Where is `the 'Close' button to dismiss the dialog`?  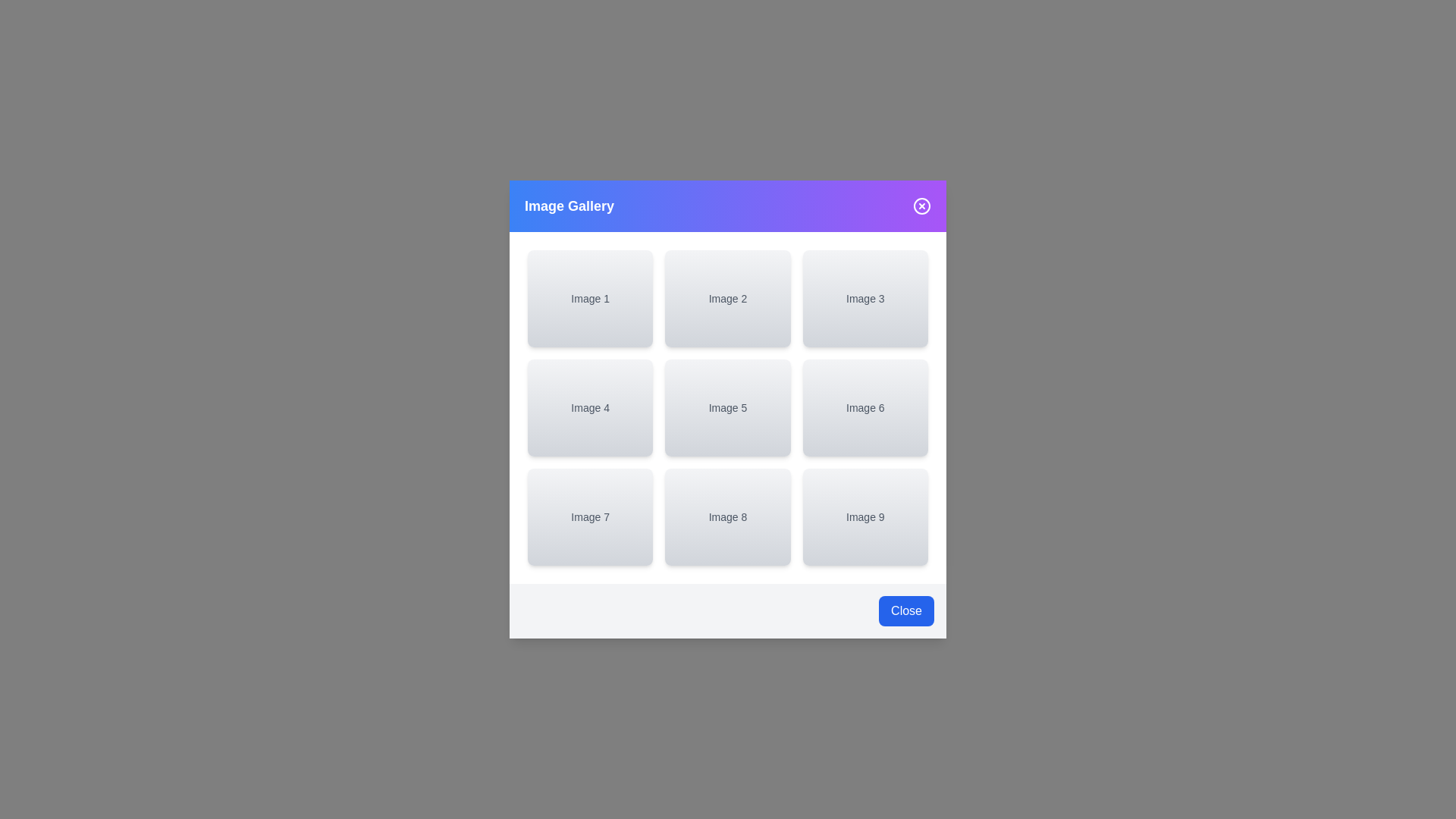 the 'Close' button to dismiss the dialog is located at coordinates (906, 610).